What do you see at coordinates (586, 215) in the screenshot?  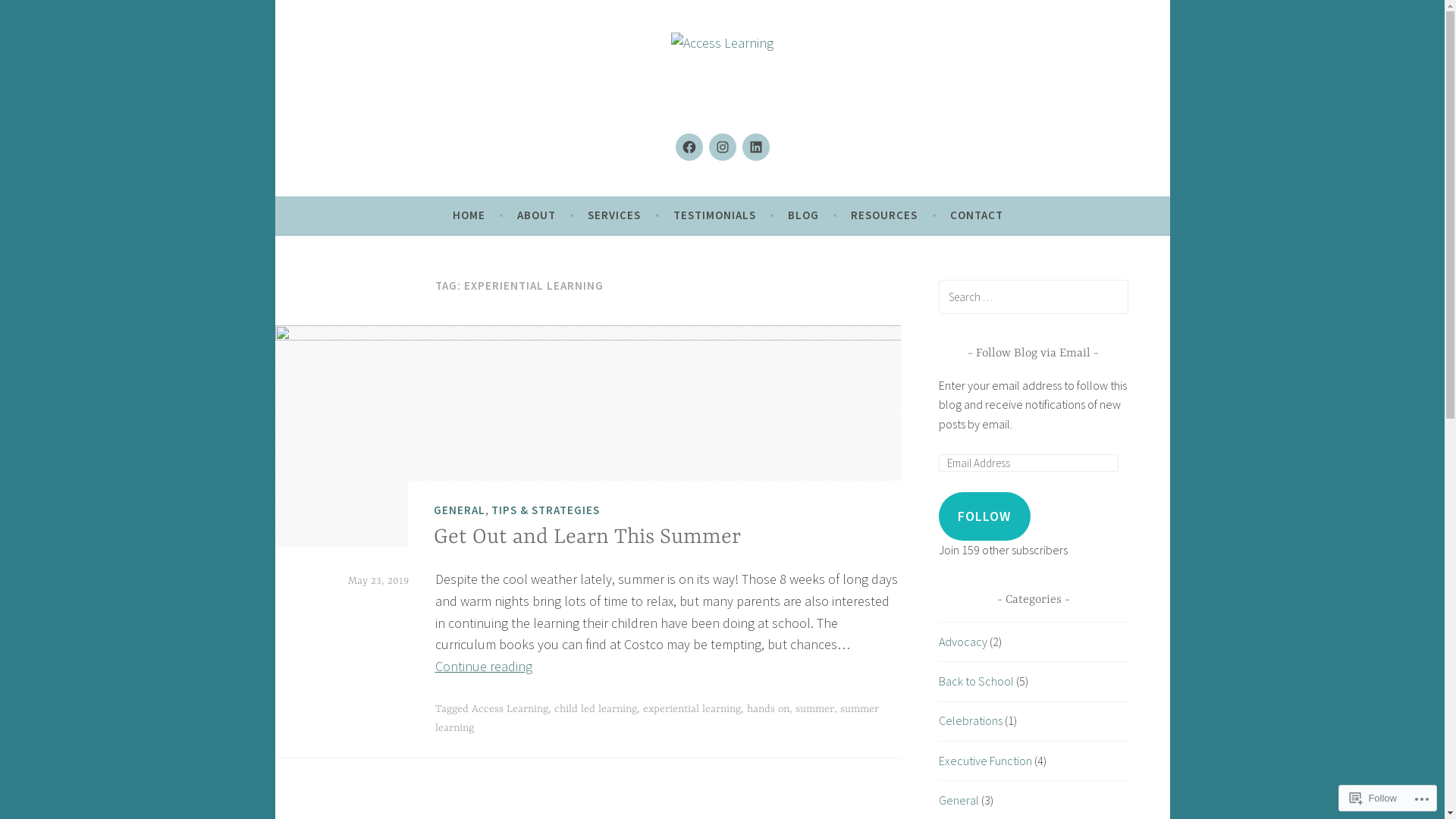 I see `'SERVICES'` at bounding box center [586, 215].